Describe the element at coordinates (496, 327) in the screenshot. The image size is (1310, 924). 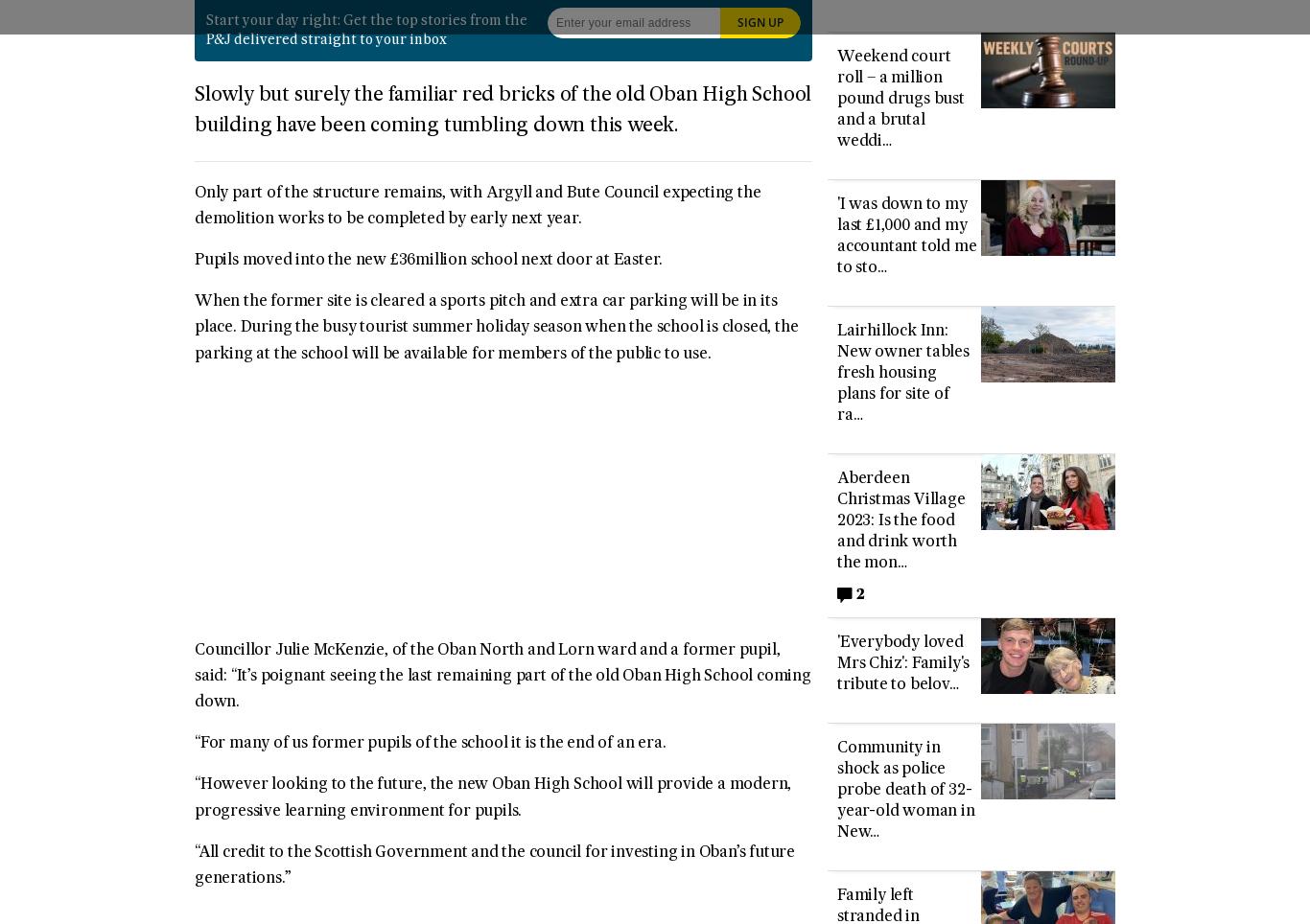
I see `'When the former site is cleared a sports pitch and extra car parking will be in its place. During the busy tourist summer holiday season when the school is closed, the parking at the school will be available for members of the public to use.'` at that location.